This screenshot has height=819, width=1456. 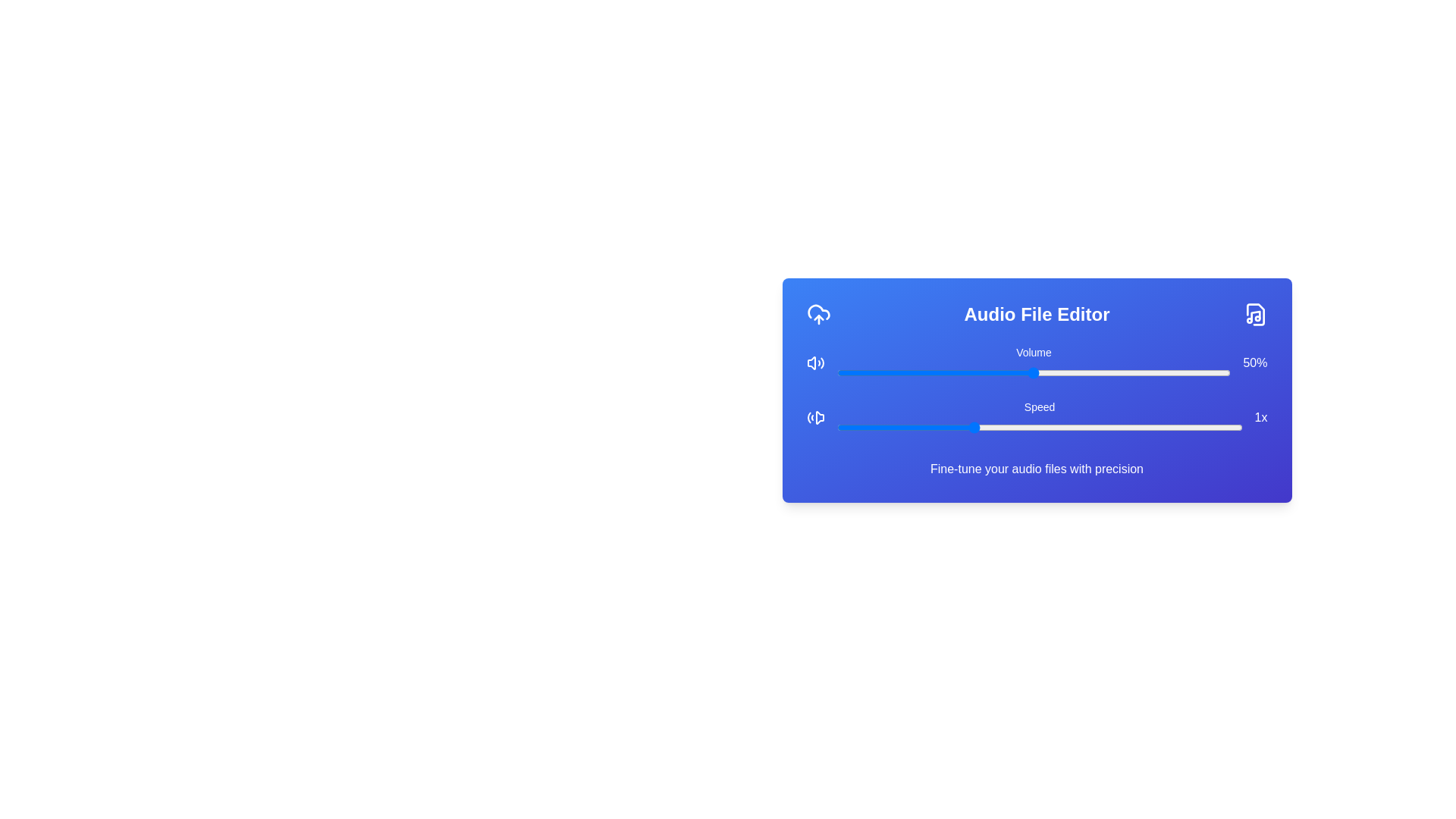 I want to click on the upload icon to initiate the upload process, so click(x=817, y=314).